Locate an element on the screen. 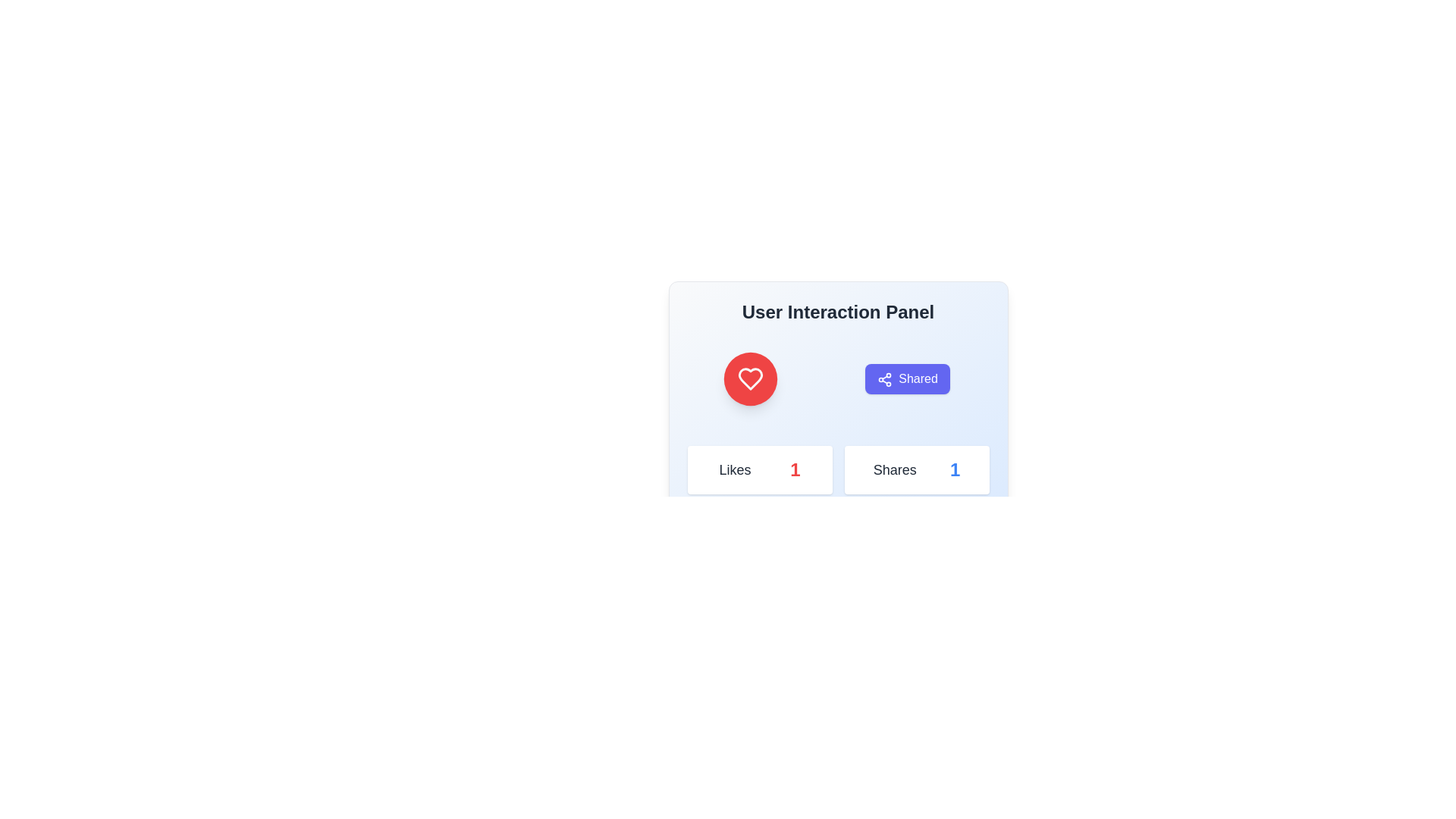 Image resolution: width=1456 pixels, height=819 pixels. the text label displaying 'Shares' in bold dark gray font, located in the bottom-right area of the interface under the 'User Interaction Panel' is located at coordinates (895, 469).